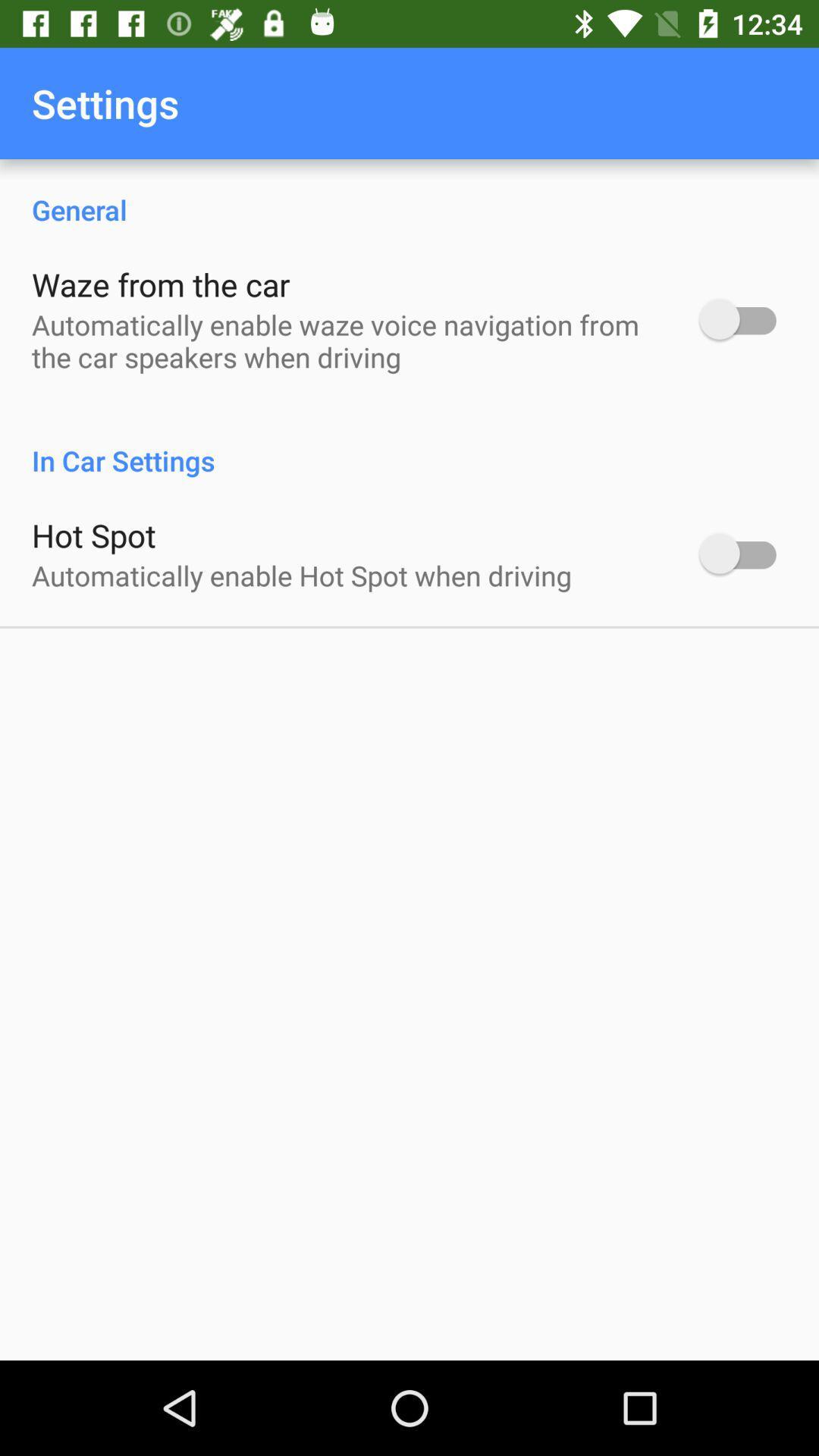 This screenshot has width=819, height=1456. What do you see at coordinates (409, 444) in the screenshot?
I see `the item below automatically enable waze` at bounding box center [409, 444].